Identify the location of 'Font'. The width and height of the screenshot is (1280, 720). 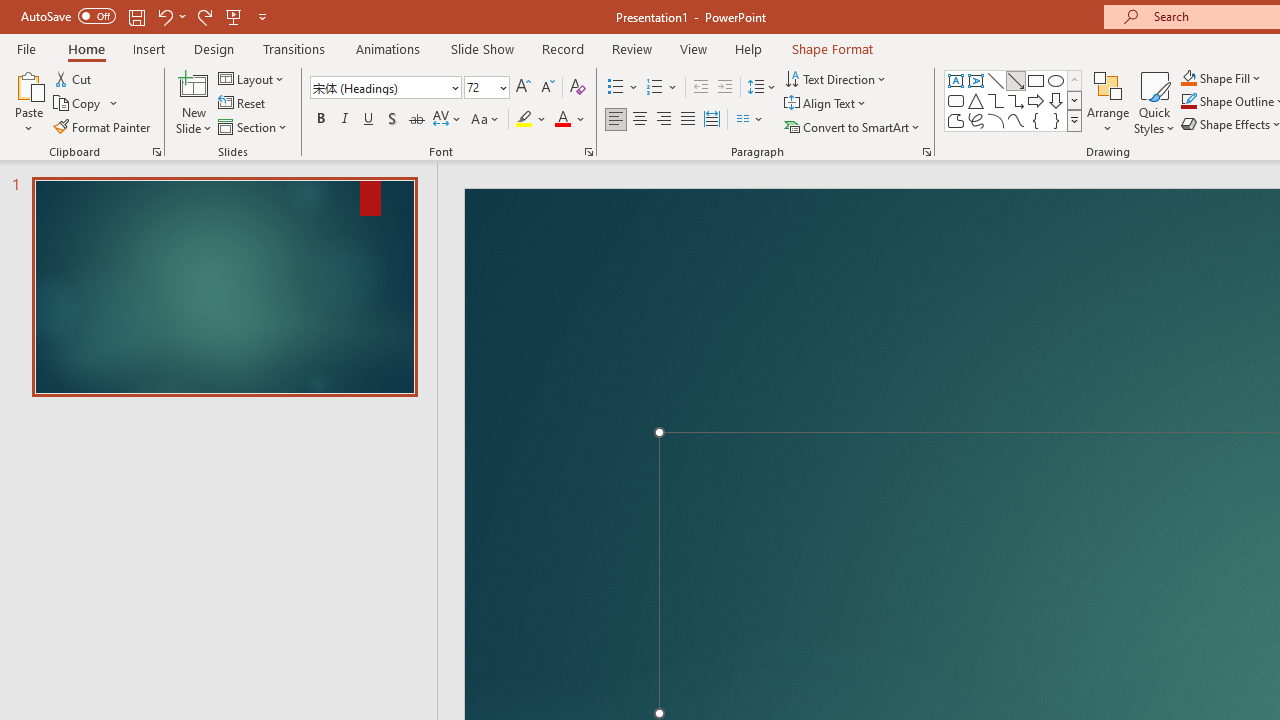
(379, 86).